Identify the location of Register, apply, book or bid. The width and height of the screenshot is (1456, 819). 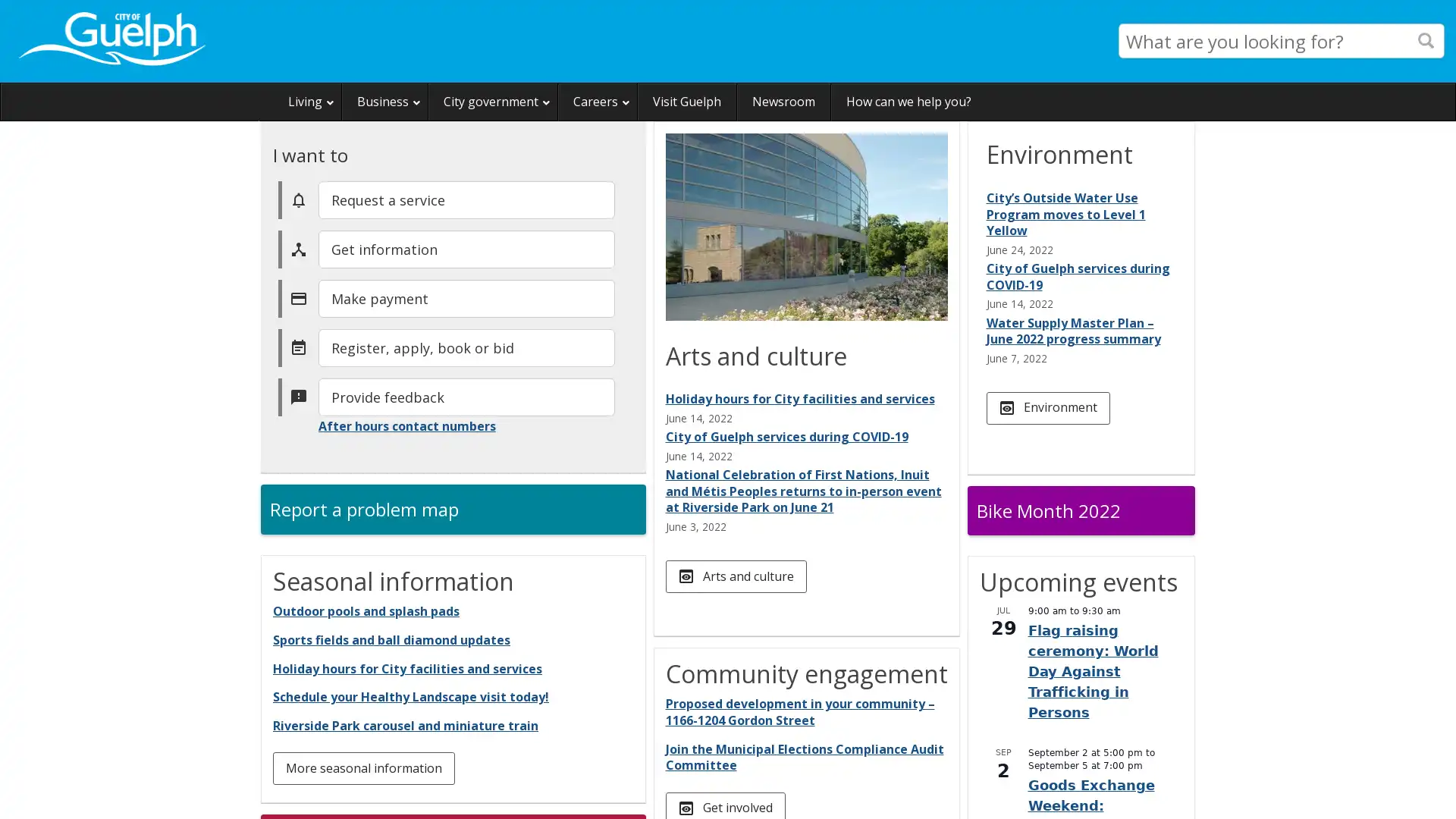
(465, 347).